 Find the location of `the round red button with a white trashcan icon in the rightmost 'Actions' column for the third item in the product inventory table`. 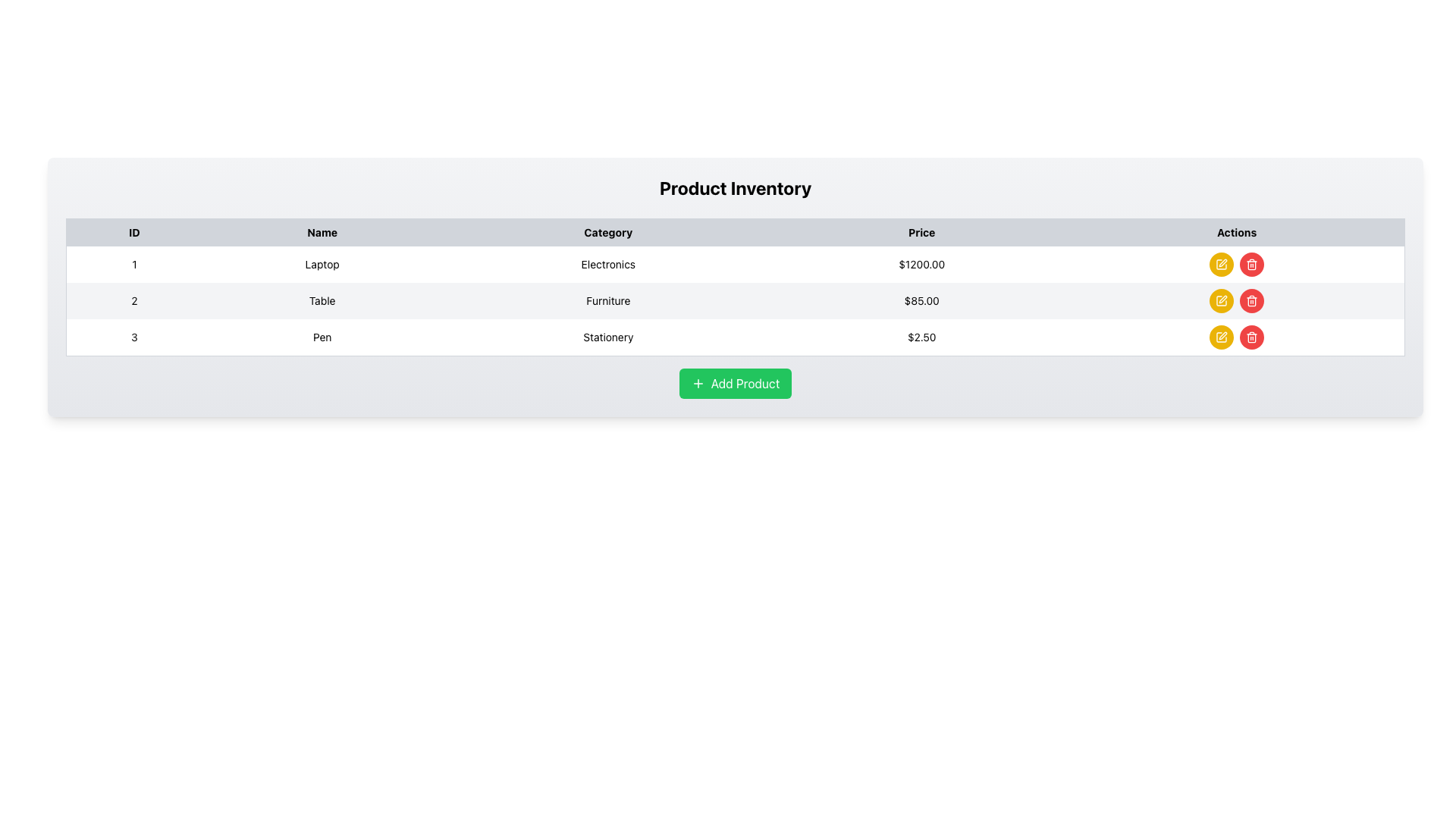

the round red button with a white trashcan icon in the rightmost 'Actions' column for the third item in the product inventory table is located at coordinates (1252, 263).